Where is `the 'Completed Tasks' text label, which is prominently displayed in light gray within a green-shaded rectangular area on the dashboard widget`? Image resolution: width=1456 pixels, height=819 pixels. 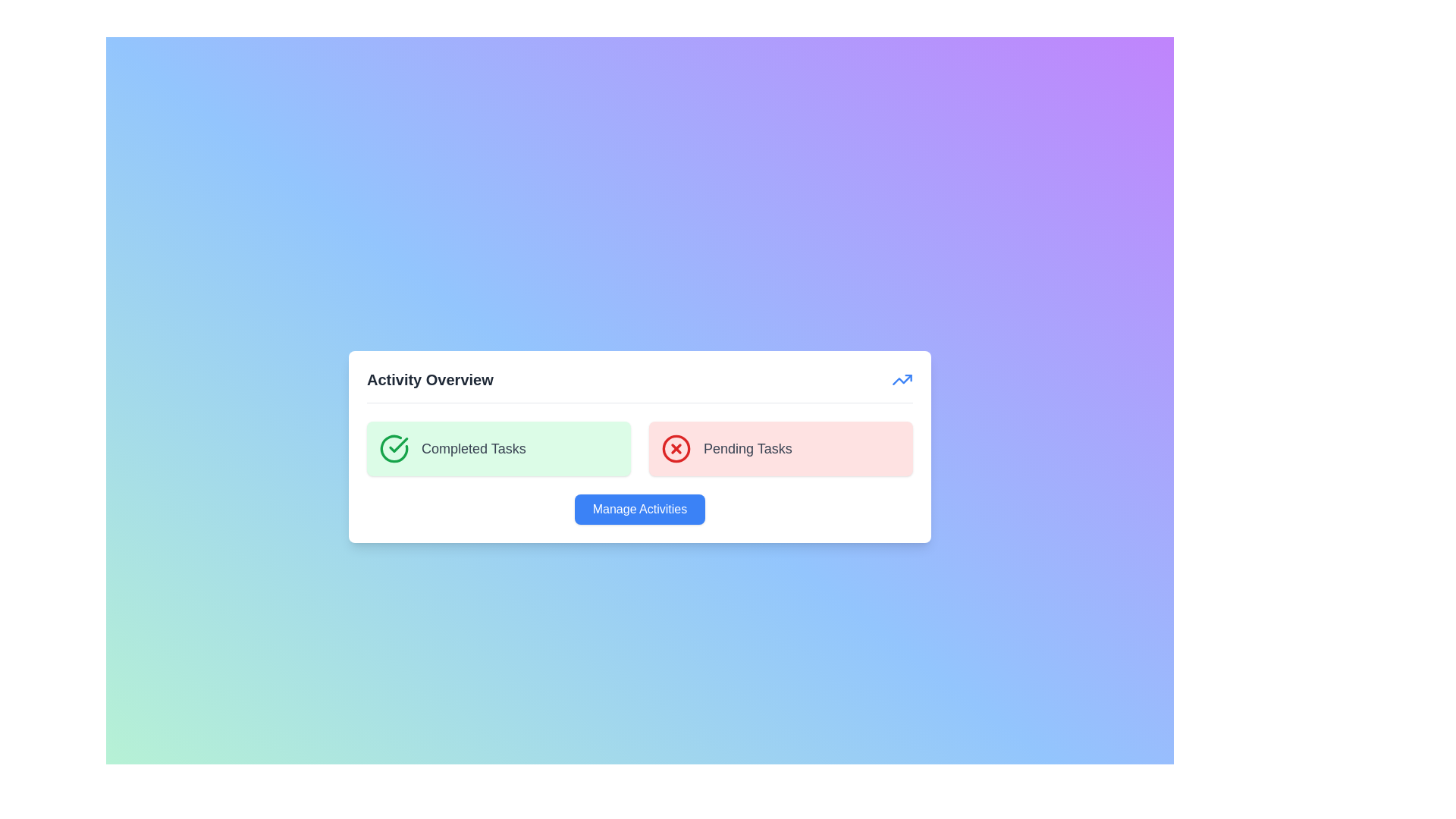 the 'Completed Tasks' text label, which is prominently displayed in light gray within a green-shaded rectangular area on the dashboard widget is located at coordinates (472, 447).